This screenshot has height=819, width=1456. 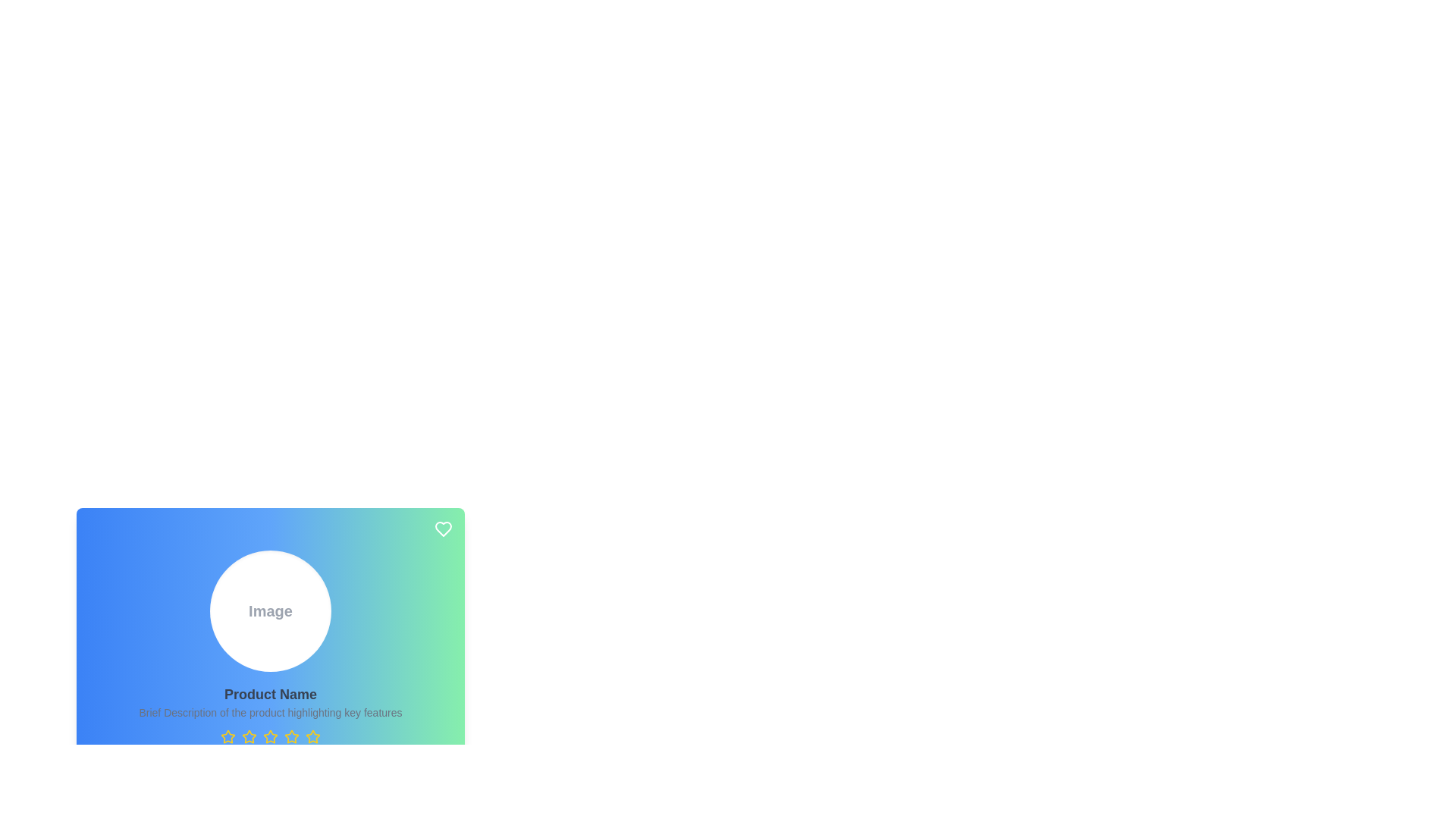 What do you see at coordinates (270, 736) in the screenshot?
I see `the fourth star rating icon located at the bottom center of the product card` at bounding box center [270, 736].